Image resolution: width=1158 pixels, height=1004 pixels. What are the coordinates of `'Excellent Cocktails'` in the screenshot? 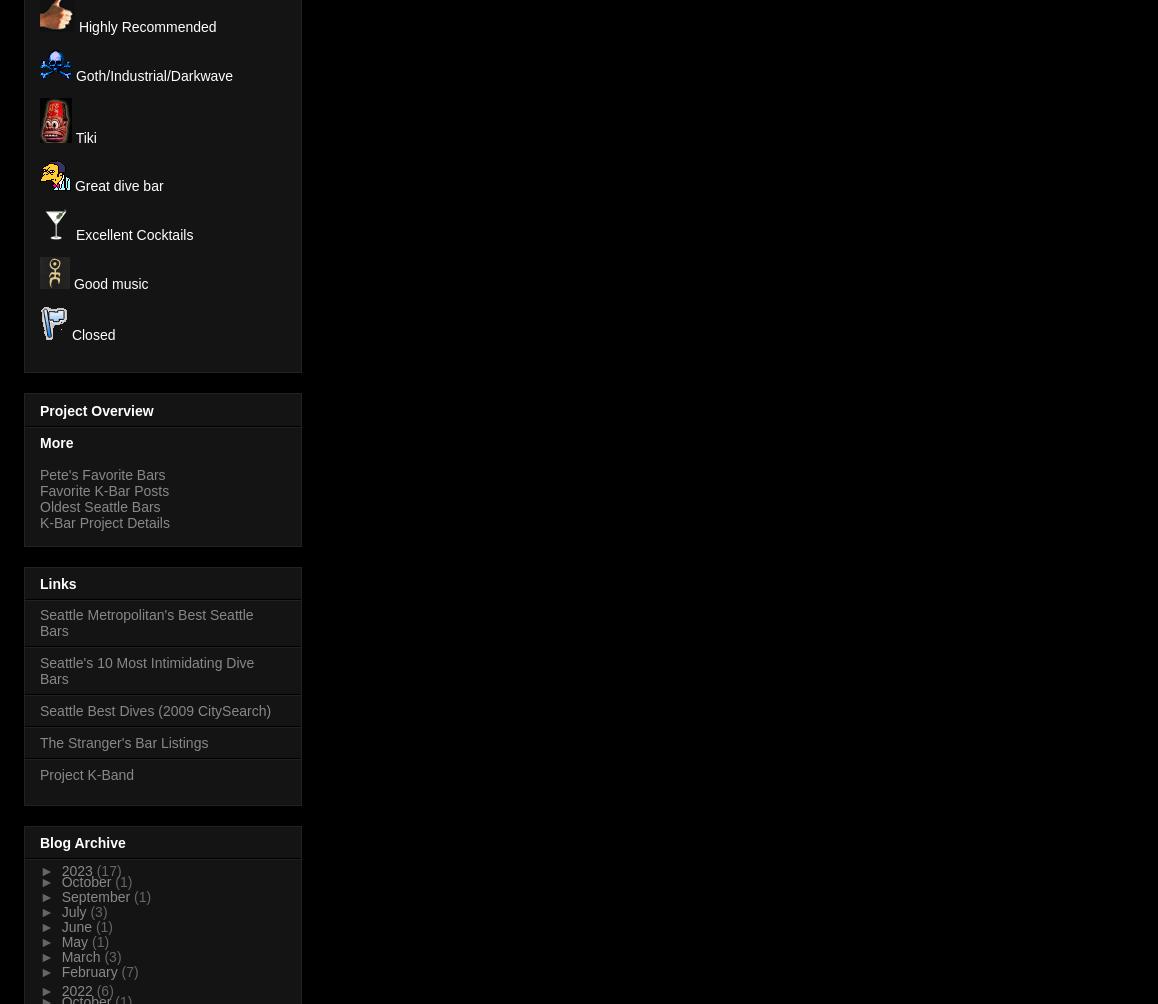 It's located at (131, 234).